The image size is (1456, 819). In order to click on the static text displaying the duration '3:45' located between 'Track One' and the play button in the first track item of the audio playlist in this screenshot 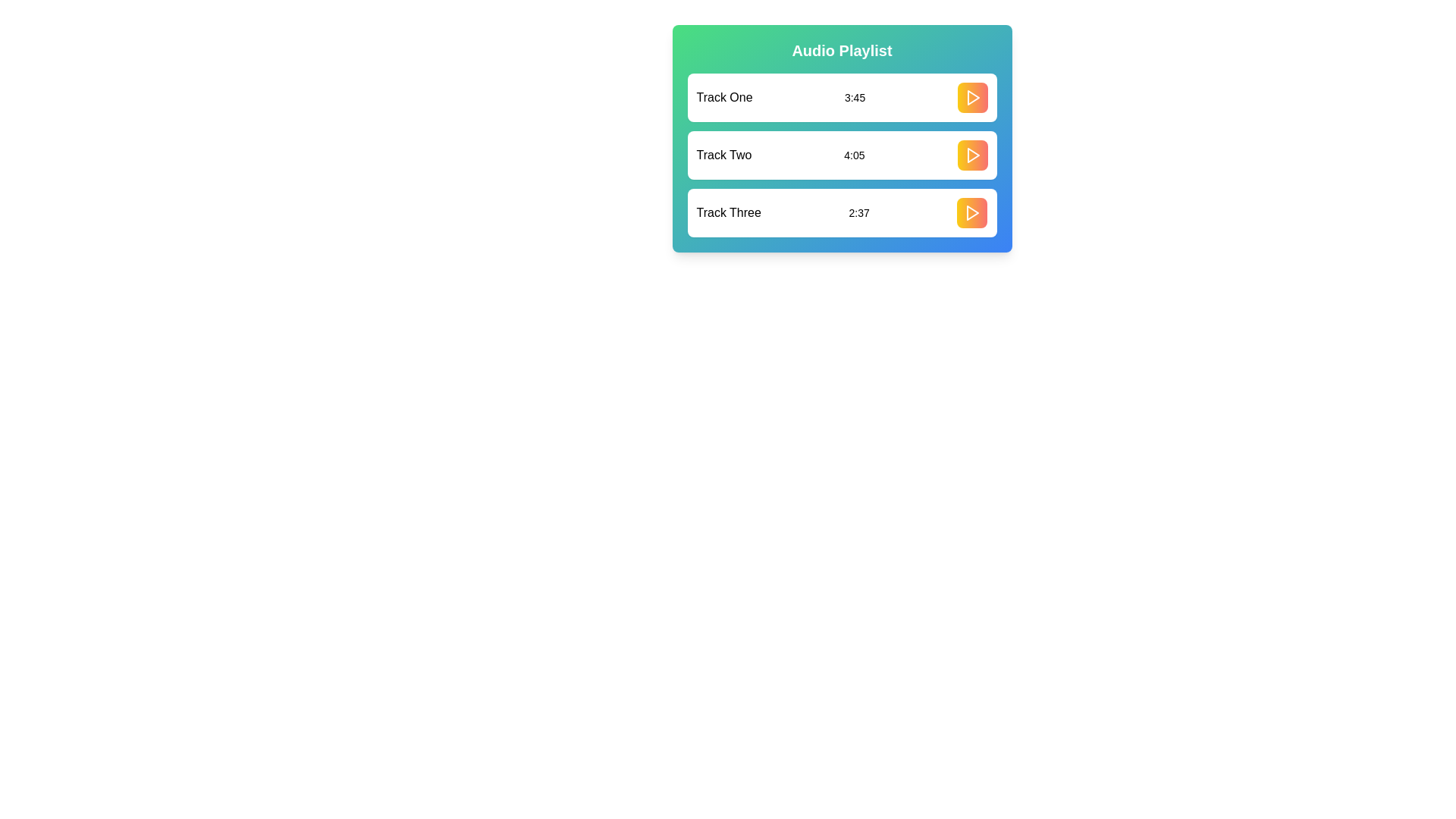, I will do `click(855, 97)`.